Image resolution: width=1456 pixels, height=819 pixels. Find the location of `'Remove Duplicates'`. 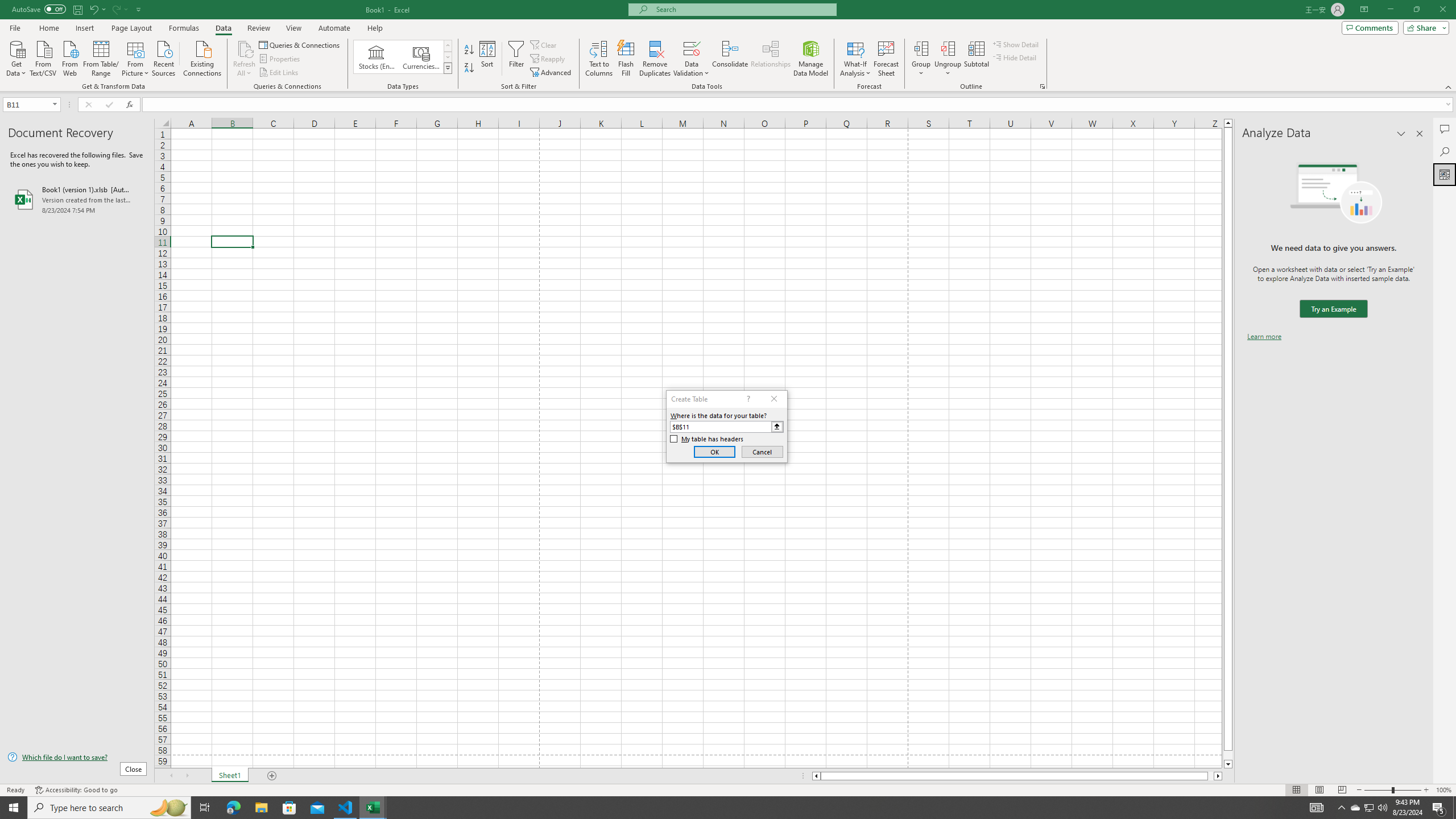

'Remove Duplicates' is located at coordinates (655, 59).